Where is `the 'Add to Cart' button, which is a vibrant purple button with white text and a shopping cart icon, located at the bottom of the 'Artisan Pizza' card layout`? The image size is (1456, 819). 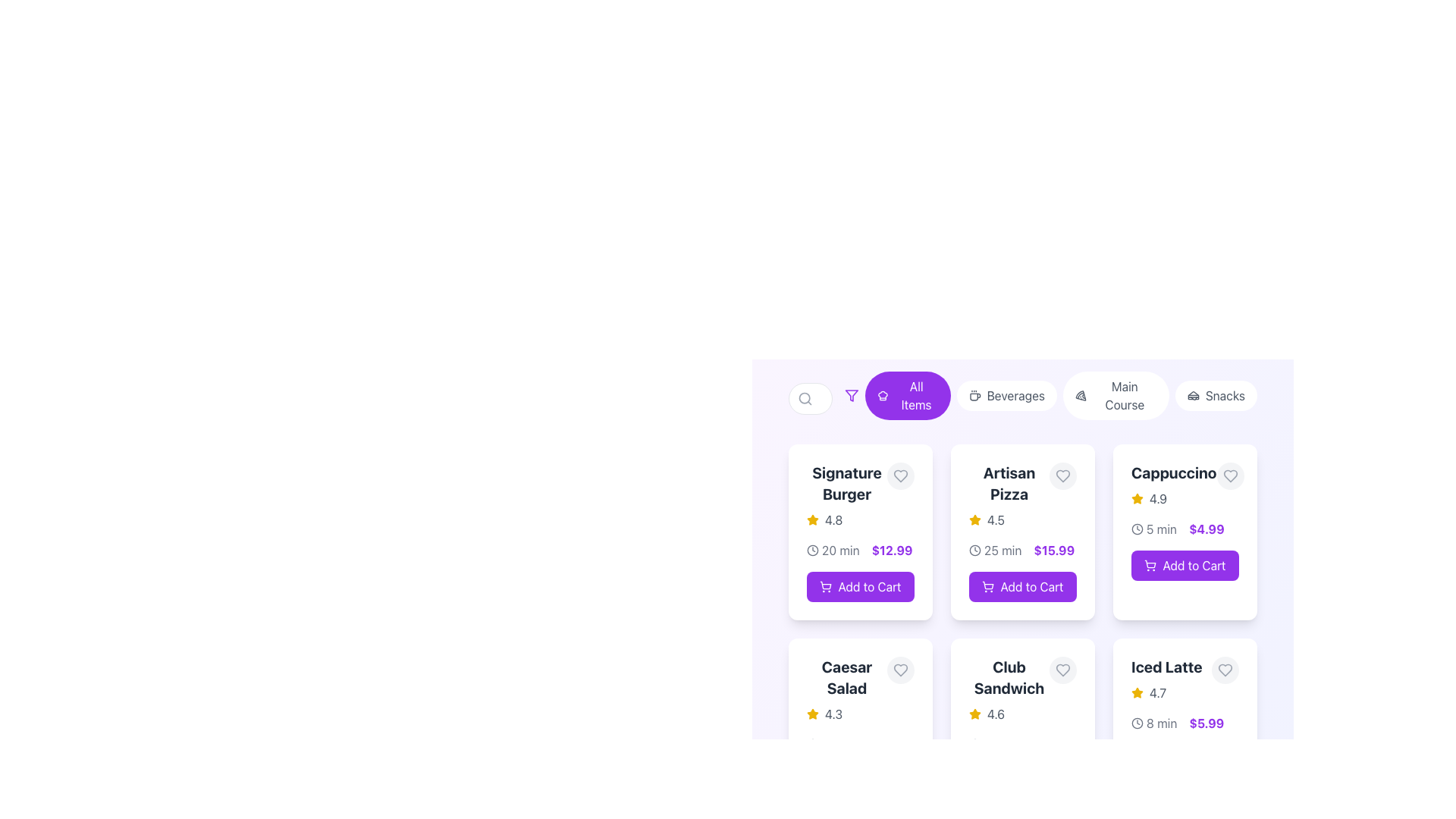
the 'Add to Cart' button, which is a vibrant purple button with white text and a shopping cart icon, located at the bottom of the 'Artisan Pizza' card layout is located at coordinates (1022, 586).